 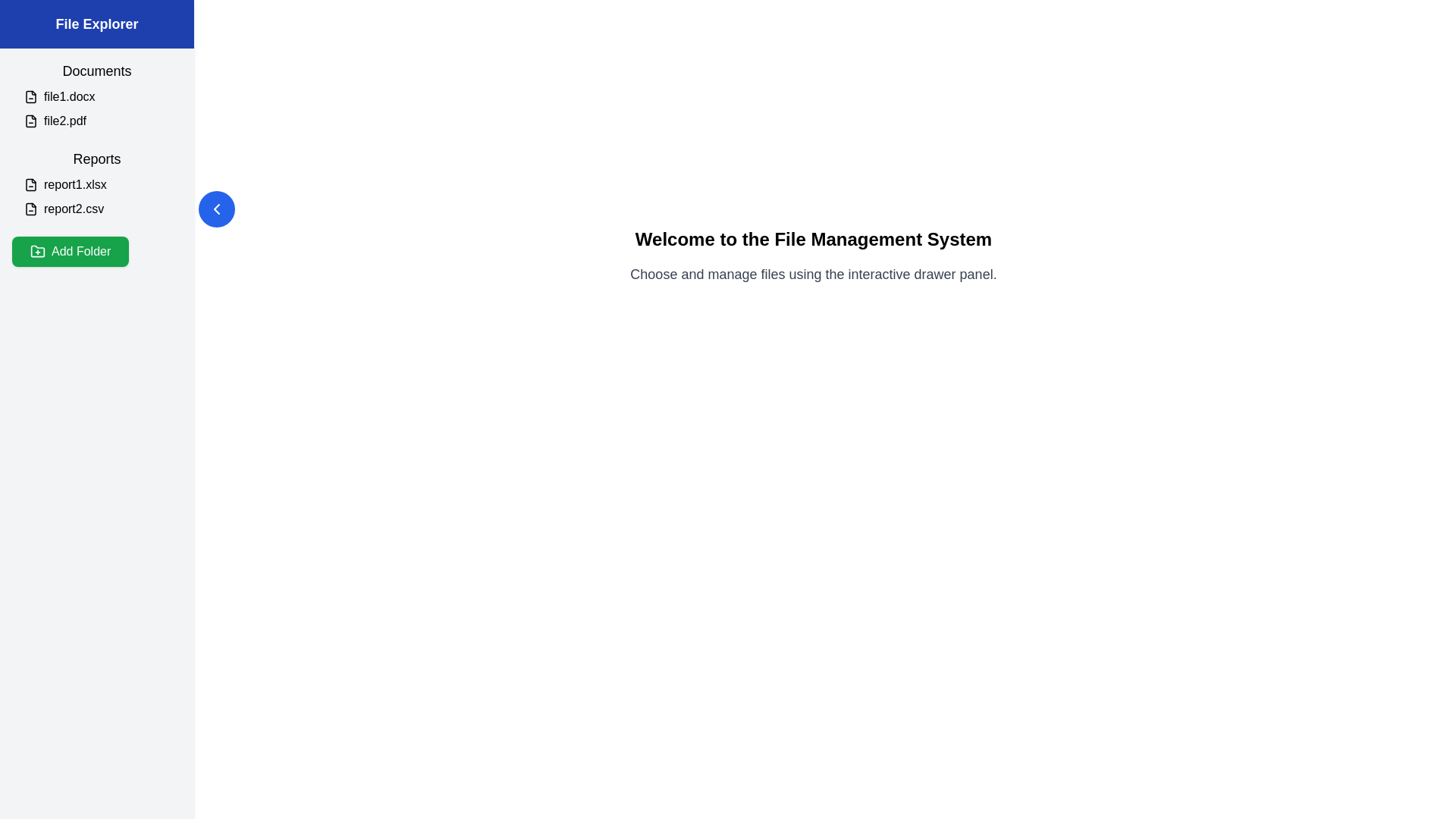 What do you see at coordinates (813, 275) in the screenshot?
I see `the text label providing instructions related to managing files, located centrally below the main heading 'Welcome to the File Management System'` at bounding box center [813, 275].